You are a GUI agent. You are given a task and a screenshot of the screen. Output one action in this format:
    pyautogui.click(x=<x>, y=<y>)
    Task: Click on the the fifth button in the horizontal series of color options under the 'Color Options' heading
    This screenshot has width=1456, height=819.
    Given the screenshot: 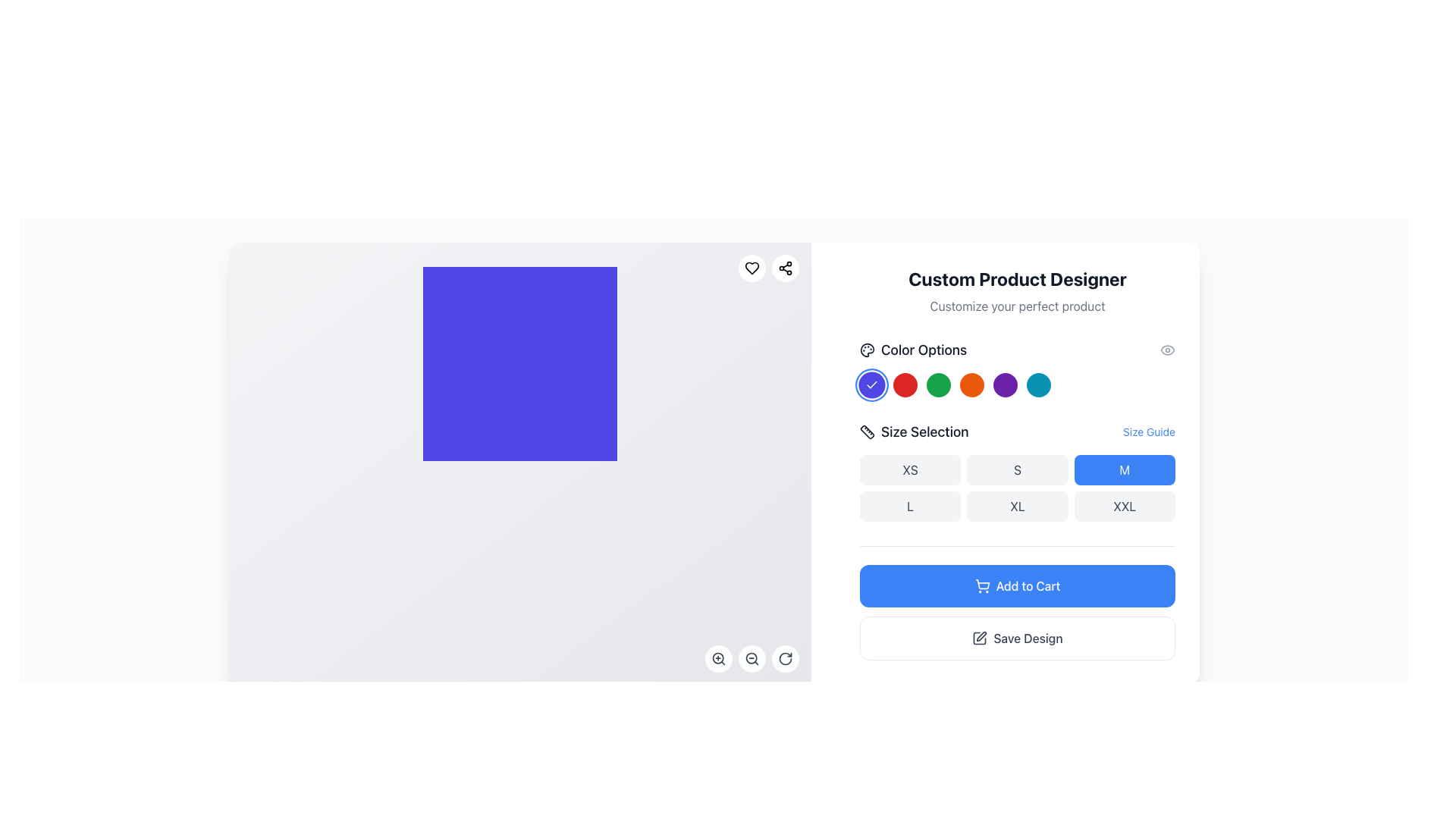 What is the action you would take?
    pyautogui.click(x=1018, y=384)
    